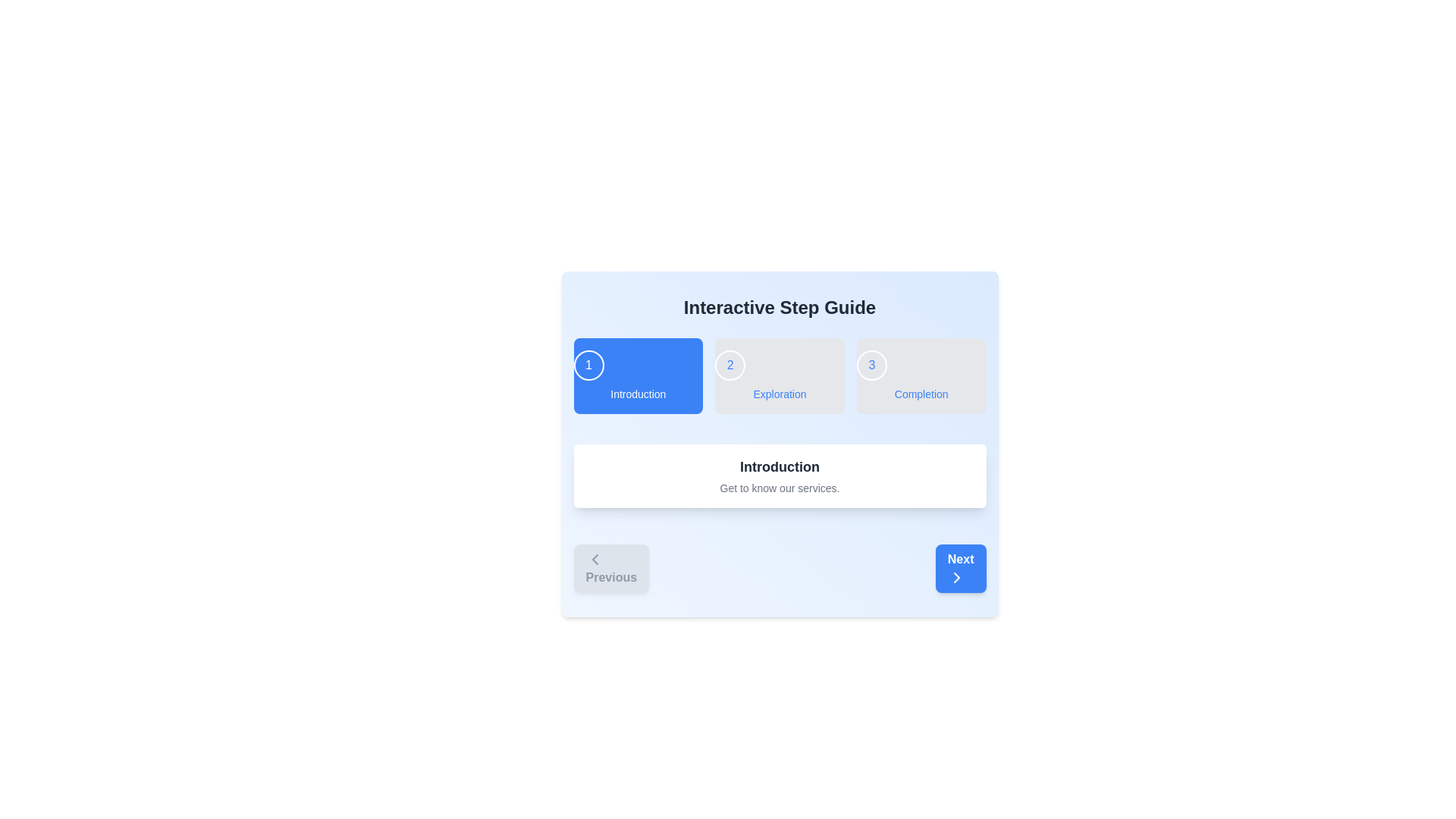 This screenshot has height=819, width=1456. What do you see at coordinates (780, 375) in the screenshot?
I see `the informational button labeled 'Exploration' located in the second position of the navigation bar below the title 'Interactive Step Guide'` at bounding box center [780, 375].